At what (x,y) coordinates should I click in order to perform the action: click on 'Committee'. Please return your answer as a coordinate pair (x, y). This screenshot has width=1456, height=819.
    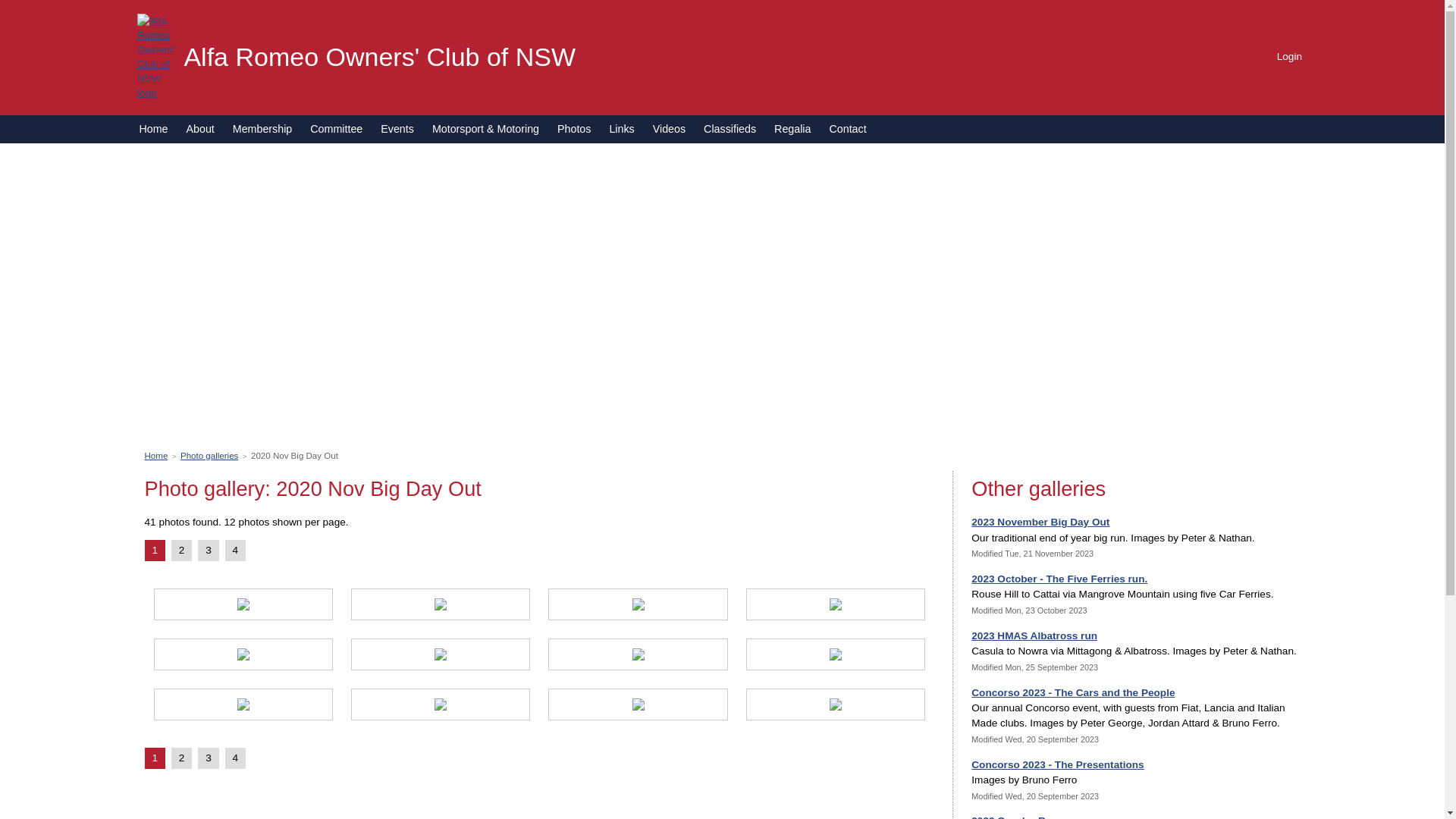
    Looking at the image, I should click on (335, 127).